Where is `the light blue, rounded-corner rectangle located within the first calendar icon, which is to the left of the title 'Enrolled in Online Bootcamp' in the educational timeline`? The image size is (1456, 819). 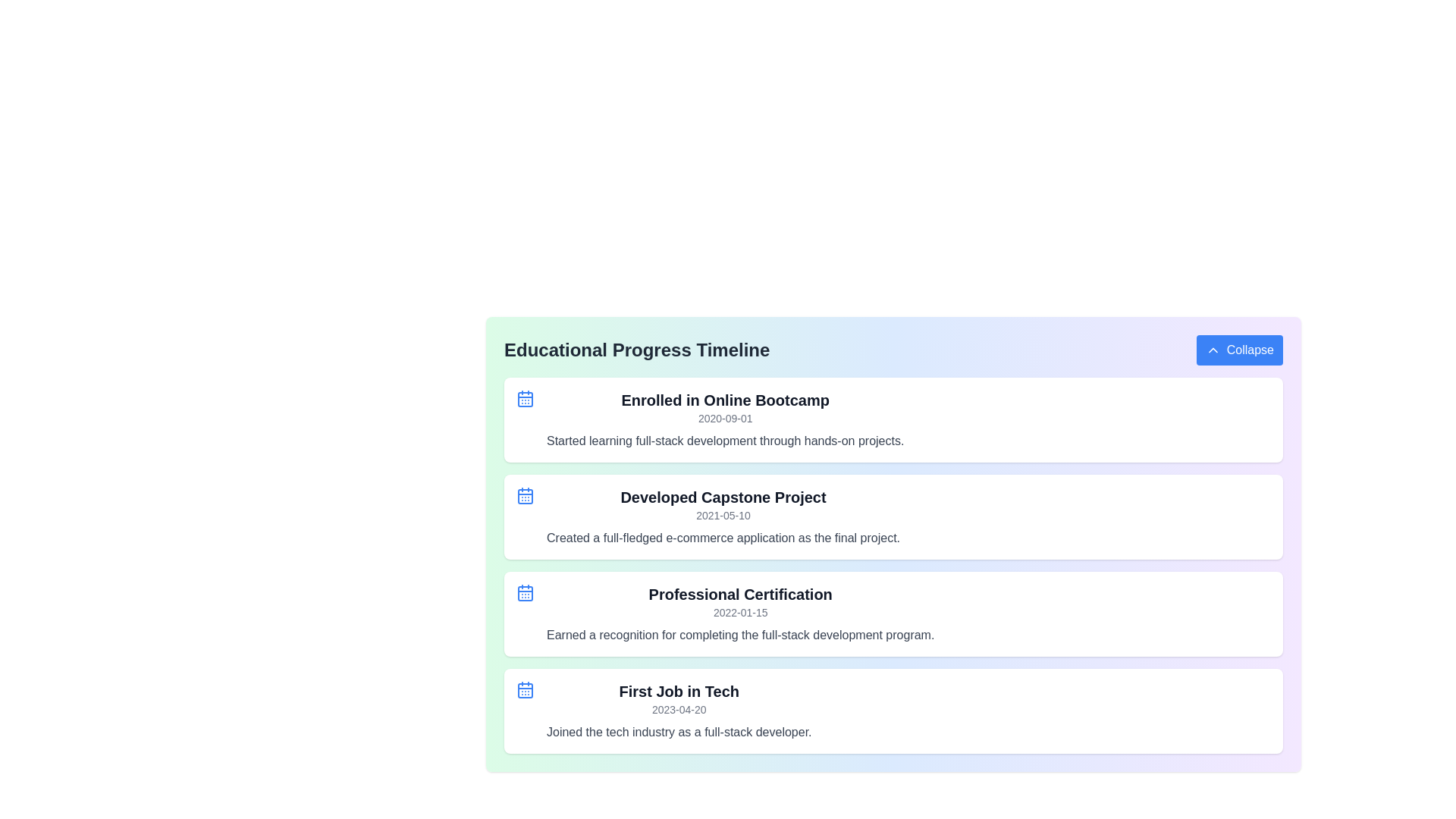
the light blue, rounded-corner rectangle located within the first calendar icon, which is to the left of the title 'Enrolled in Online Bootcamp' in the educational timeline is located at coordinates (525, 399).